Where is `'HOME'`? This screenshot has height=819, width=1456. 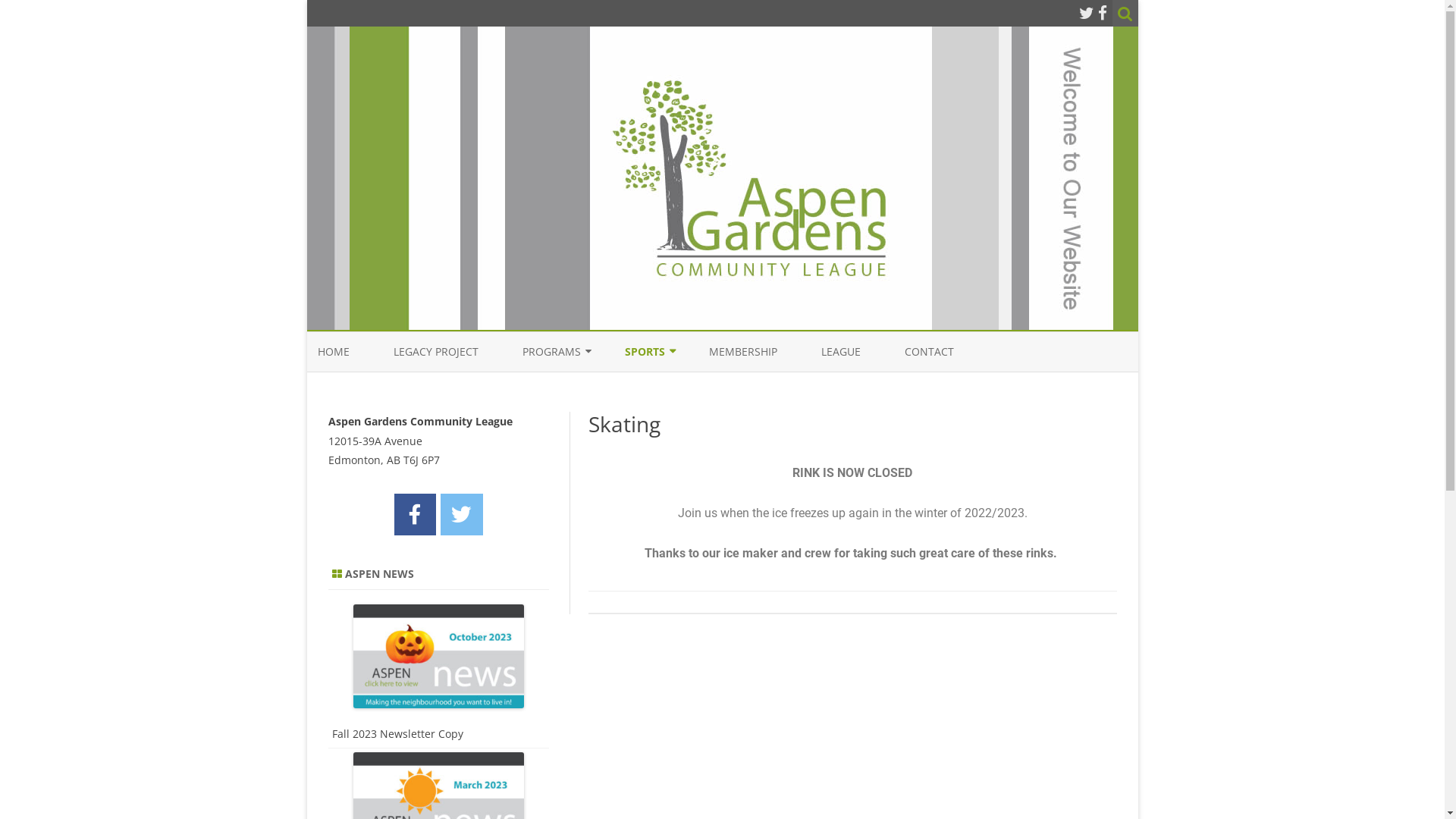 'HOME' is located at coordinates (331, 351).